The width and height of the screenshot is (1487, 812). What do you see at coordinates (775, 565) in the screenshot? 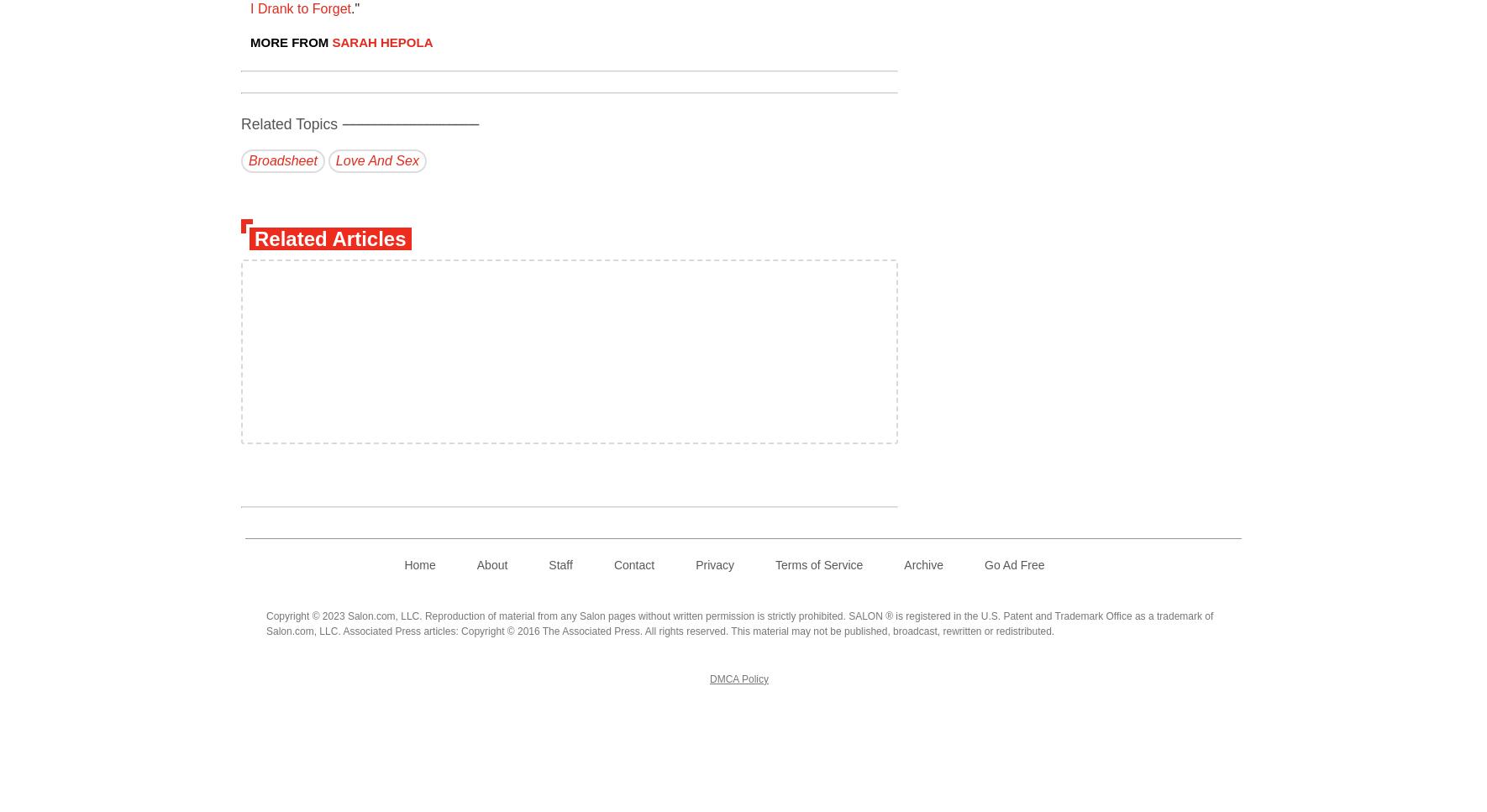
I see `'Terms of Service'` at bounding box center [775, 565].